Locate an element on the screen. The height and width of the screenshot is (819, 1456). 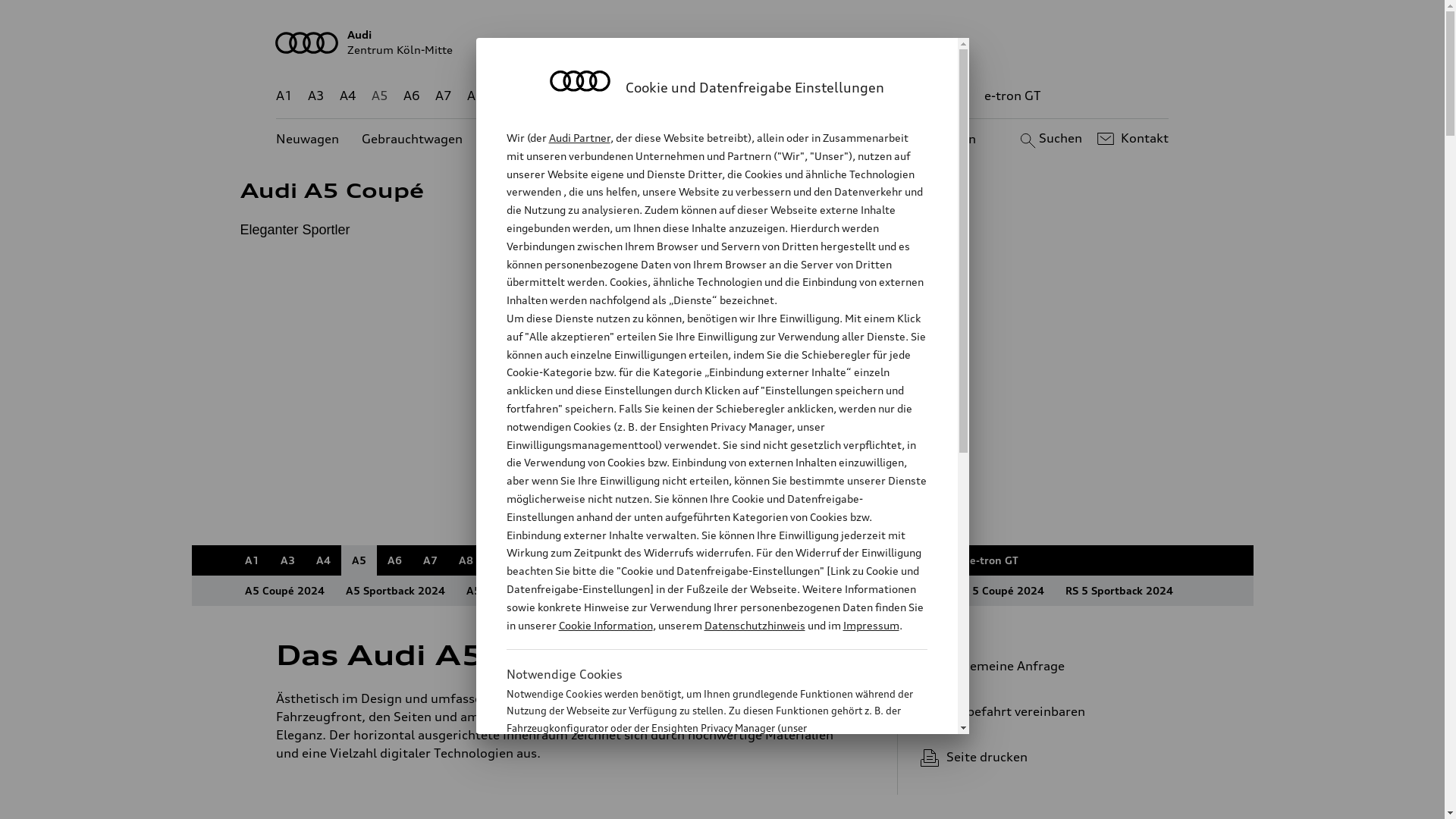
'Gebrauchtwagen' is located at coordinates (412, 139).